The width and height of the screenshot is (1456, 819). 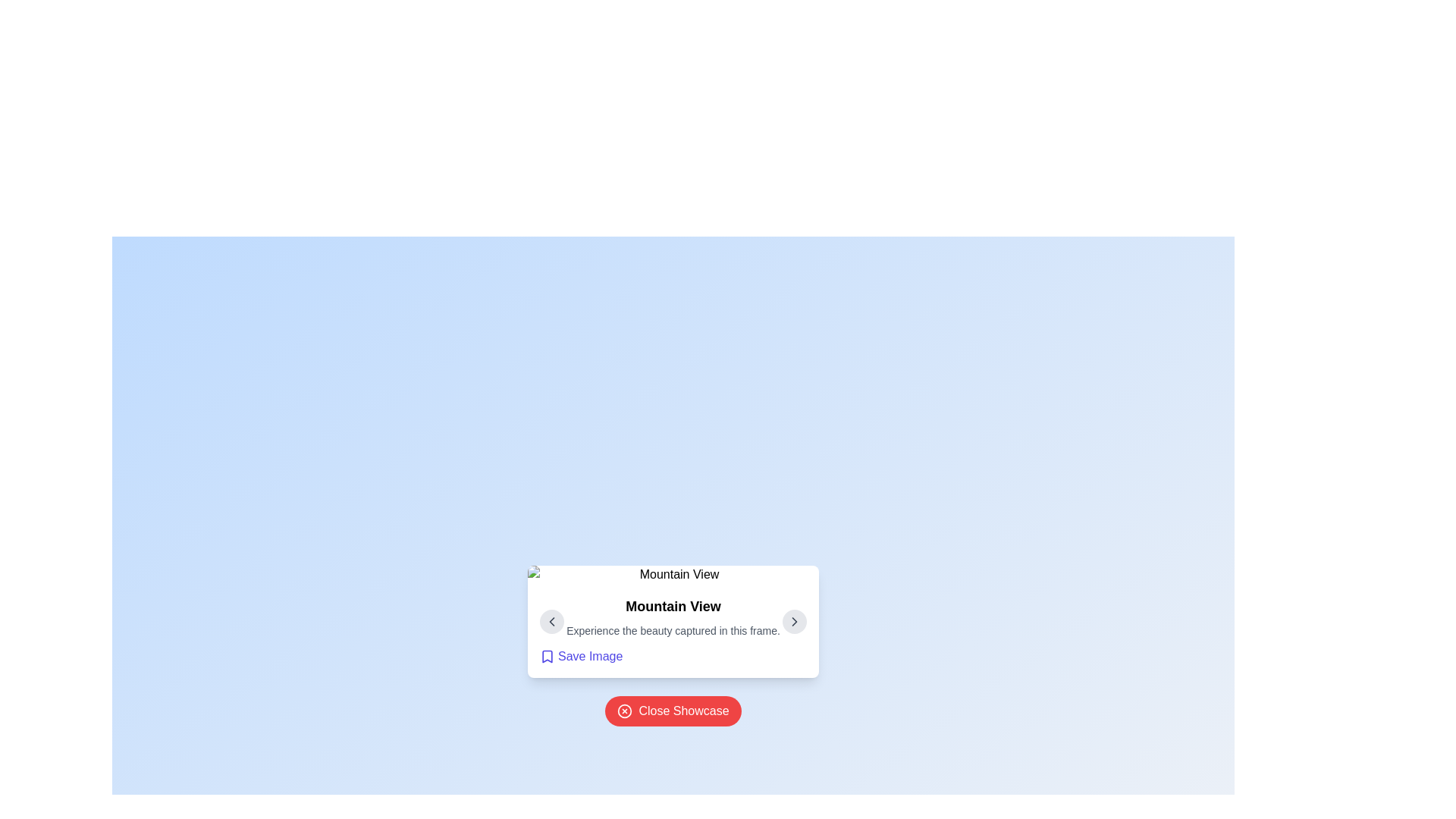 What do you see at coordinates (793, 622) in the screenshot?
I see `the right navigation button located next to the descriptive text 'Experience the beauty captured in this frame'` at bounding box center [793, 622].